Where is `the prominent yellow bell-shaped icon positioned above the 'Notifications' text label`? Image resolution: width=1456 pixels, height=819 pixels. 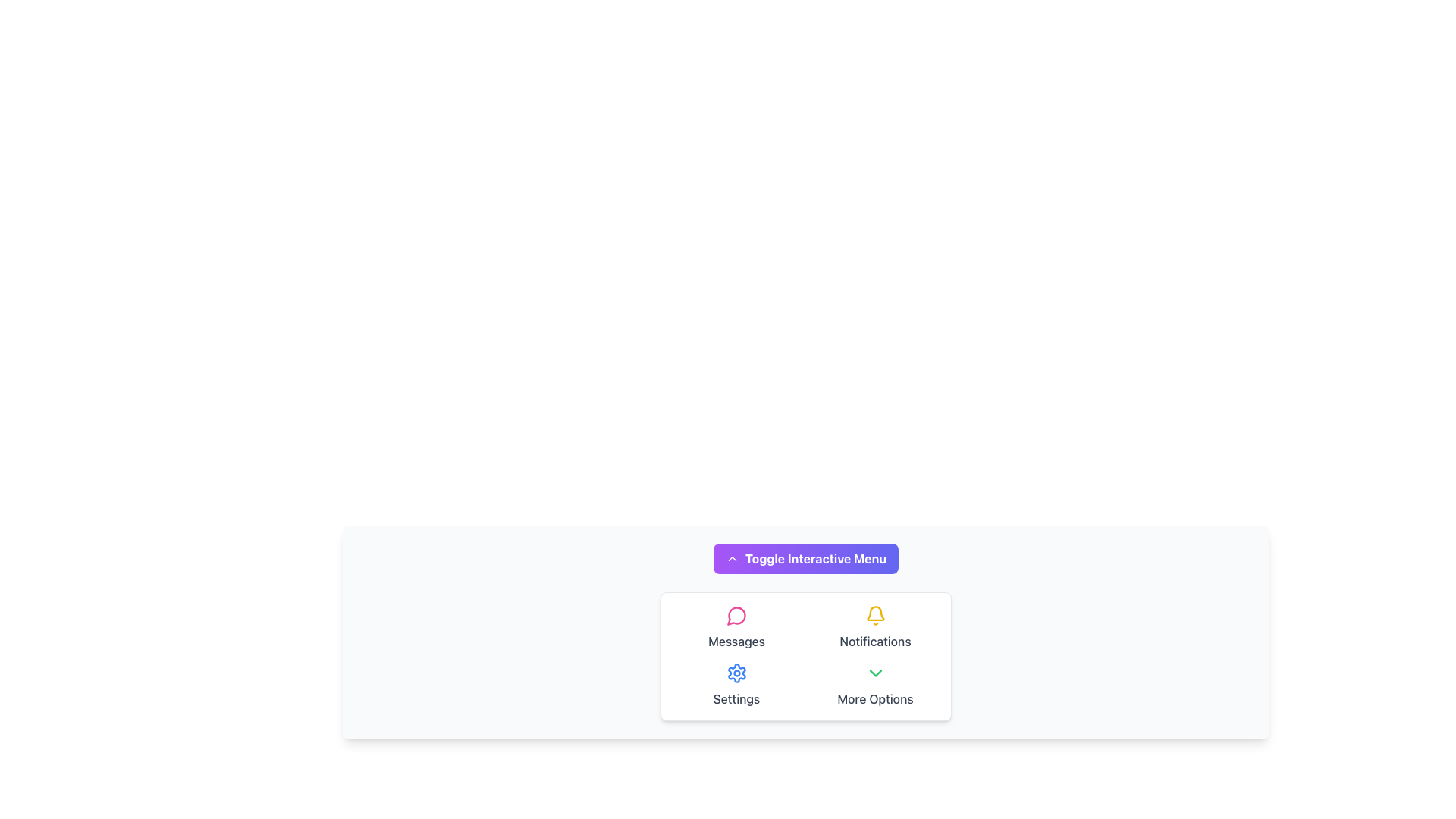 the prominent yellow bell-shaped icon positioned above the 'Notifications' text label is located at coordinates (875, 616).